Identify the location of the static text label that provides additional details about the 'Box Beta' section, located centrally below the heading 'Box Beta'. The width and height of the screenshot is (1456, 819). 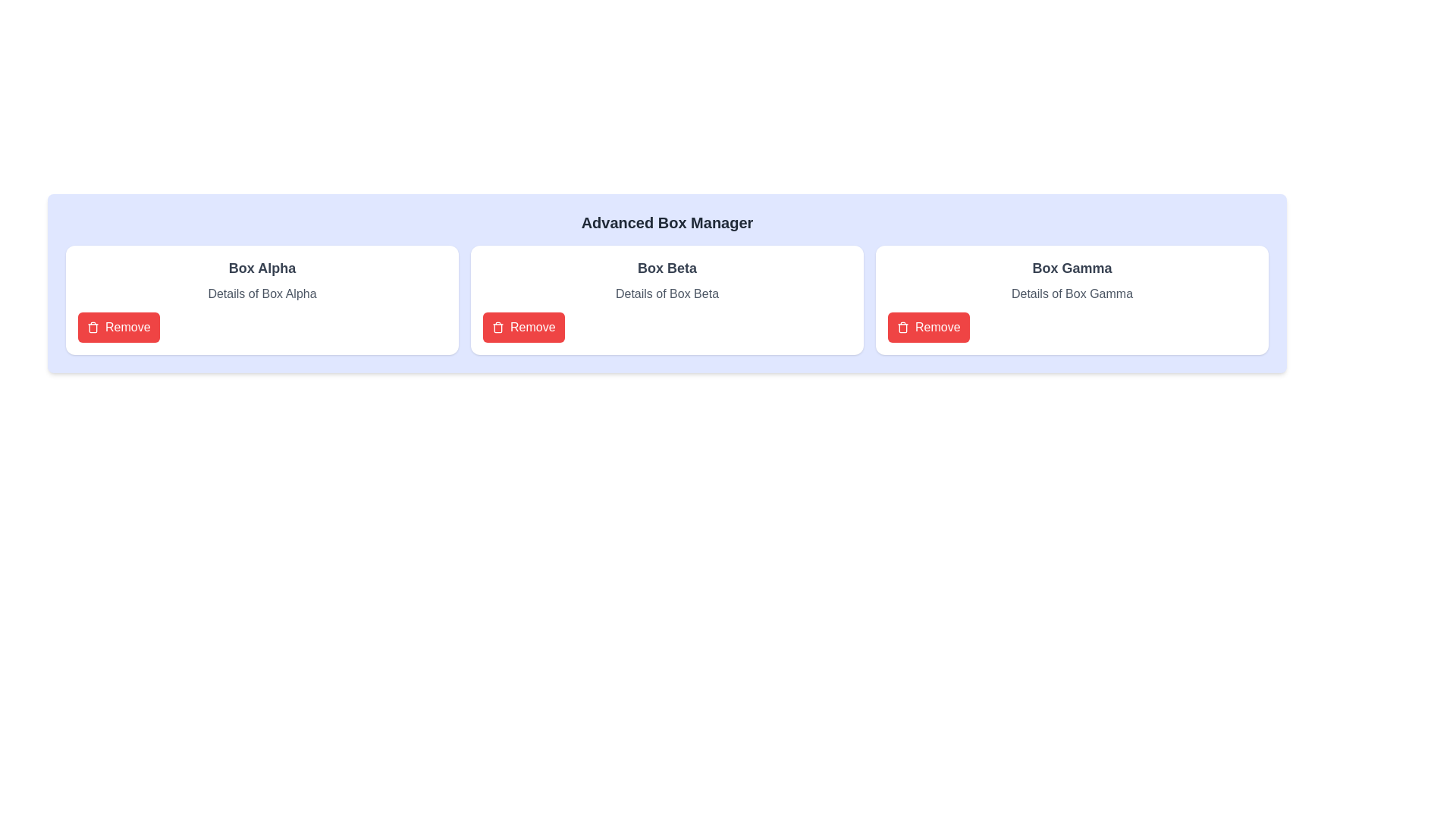
(667, 294).